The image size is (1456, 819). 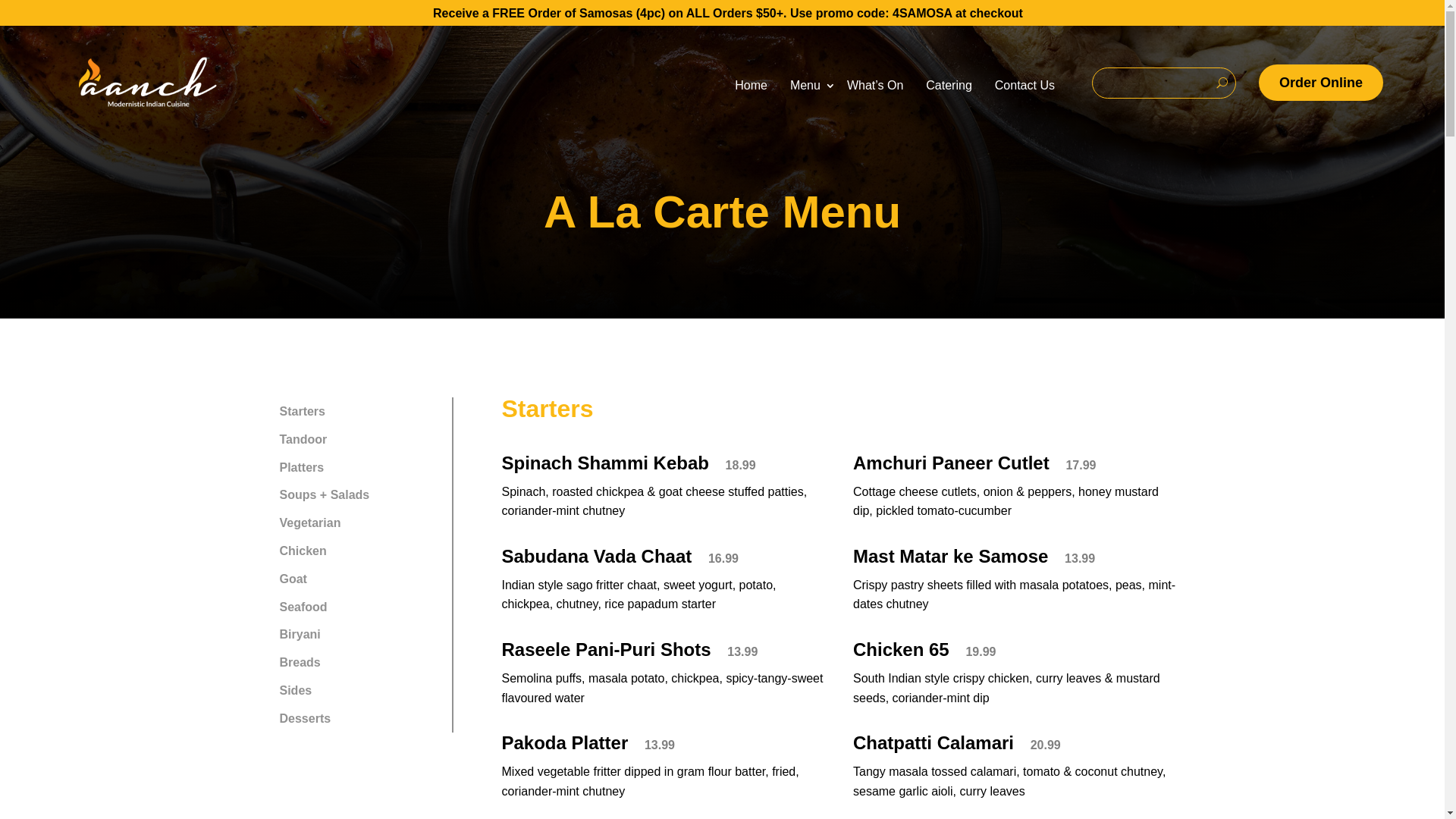 I want to click on 'Home', so click(x=723, y=85).